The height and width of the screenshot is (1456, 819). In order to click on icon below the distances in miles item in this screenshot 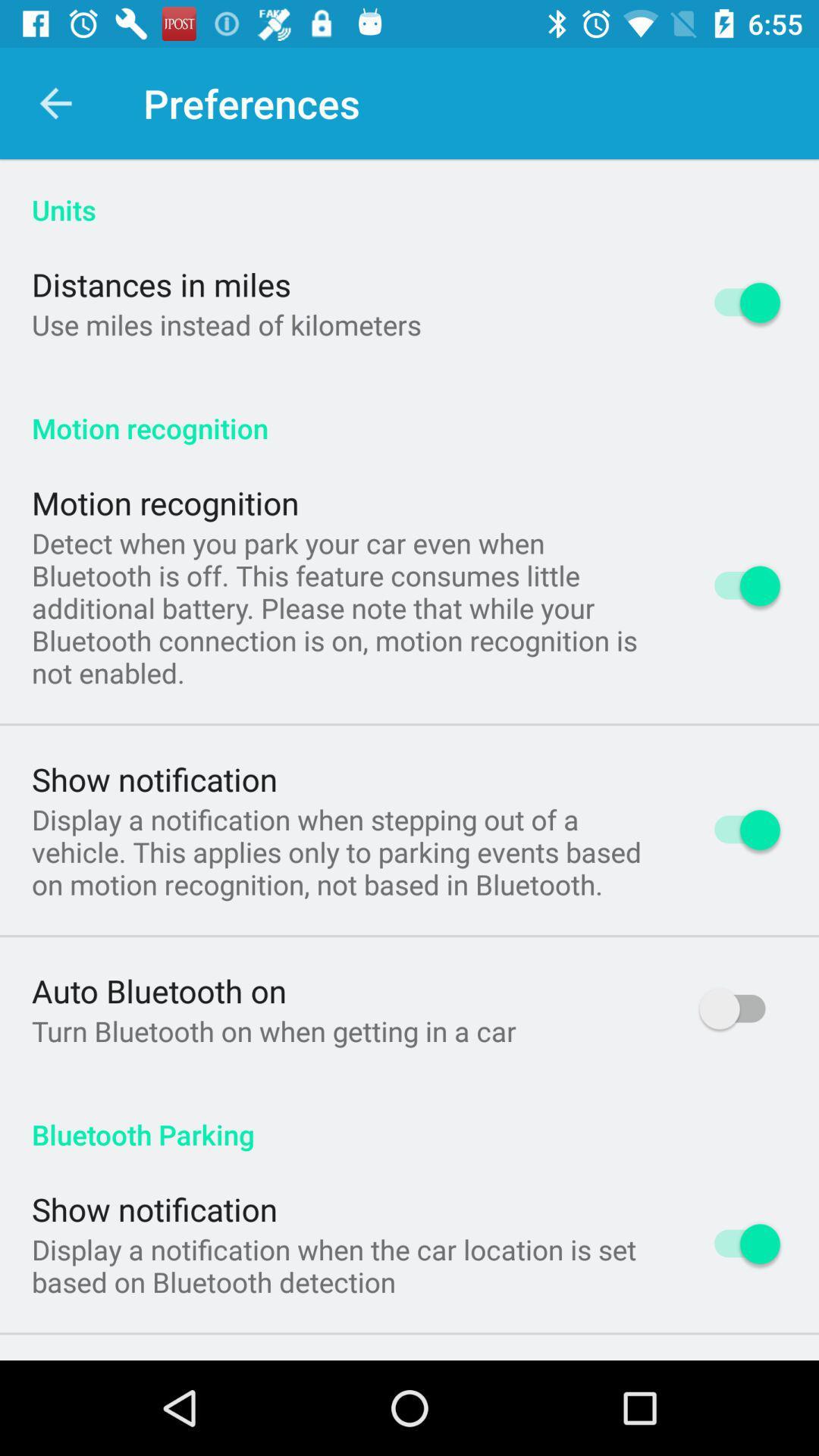, I will do `click(226, 324)`.